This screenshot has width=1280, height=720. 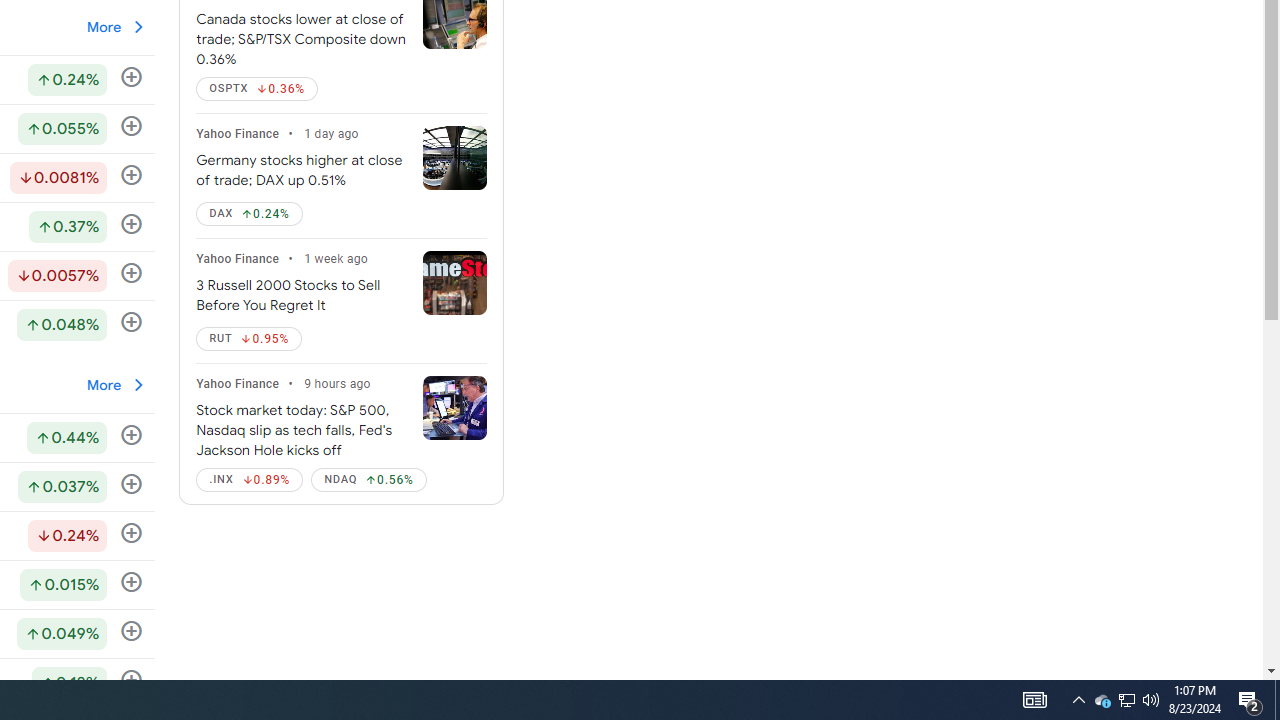 I want to click on 'More', so click(x=116, y=384).